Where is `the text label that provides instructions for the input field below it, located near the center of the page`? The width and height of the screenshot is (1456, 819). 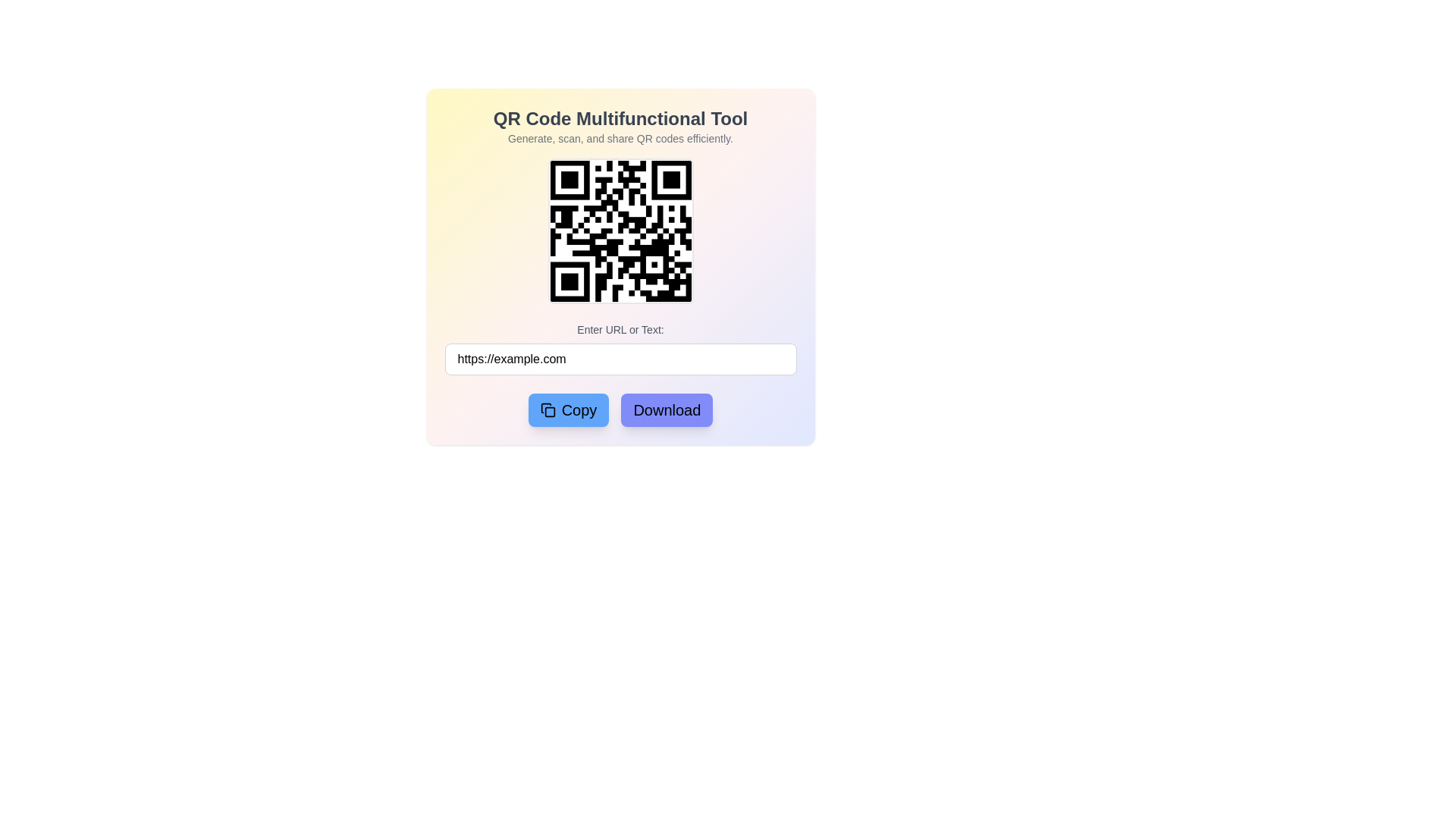
the text label that provides instructions for the input field below it, located near the center of the page is located at coordinates (620, 329).